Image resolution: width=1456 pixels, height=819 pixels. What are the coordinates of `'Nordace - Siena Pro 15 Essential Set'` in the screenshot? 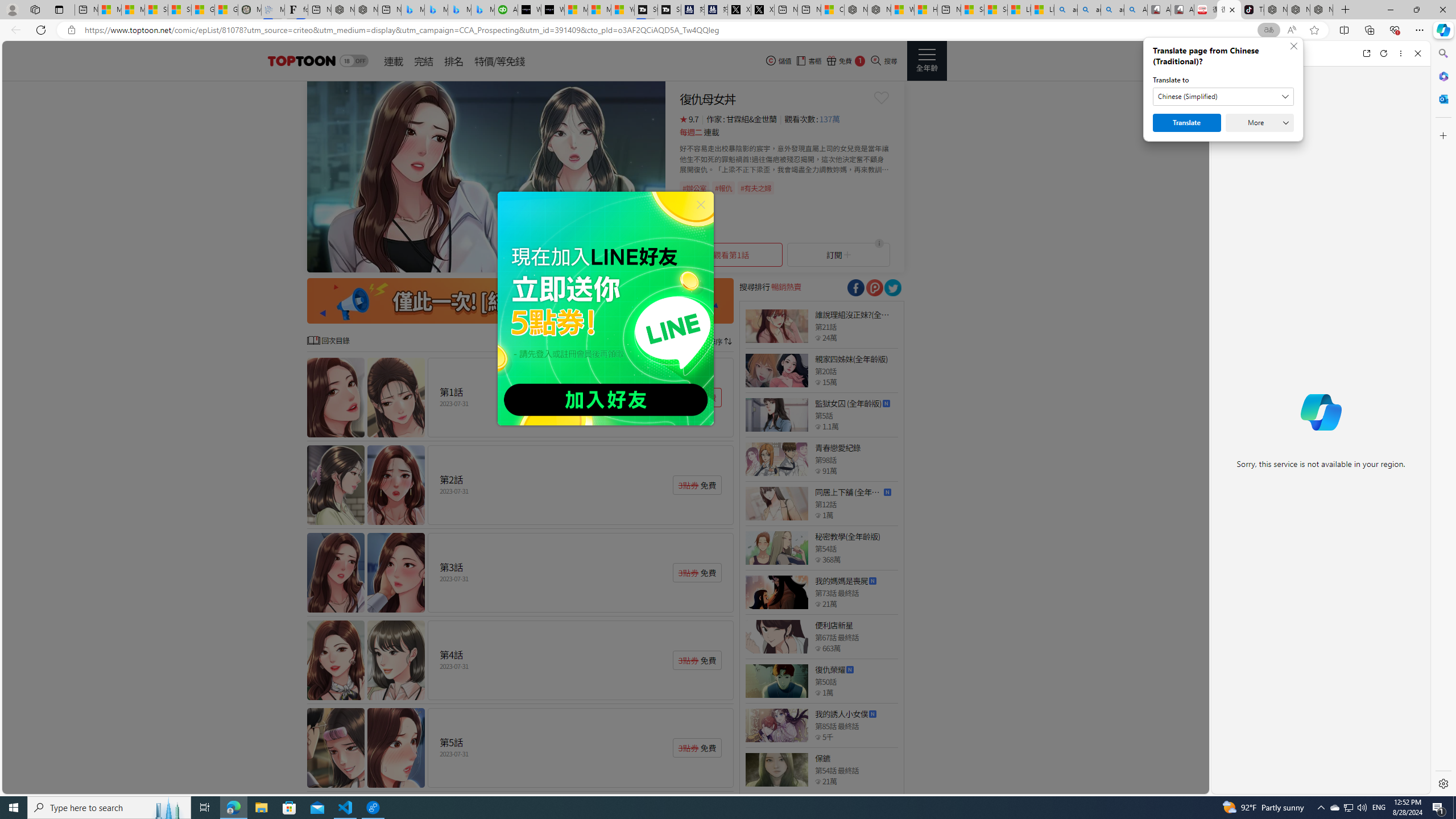 It's located at (1321, 9).